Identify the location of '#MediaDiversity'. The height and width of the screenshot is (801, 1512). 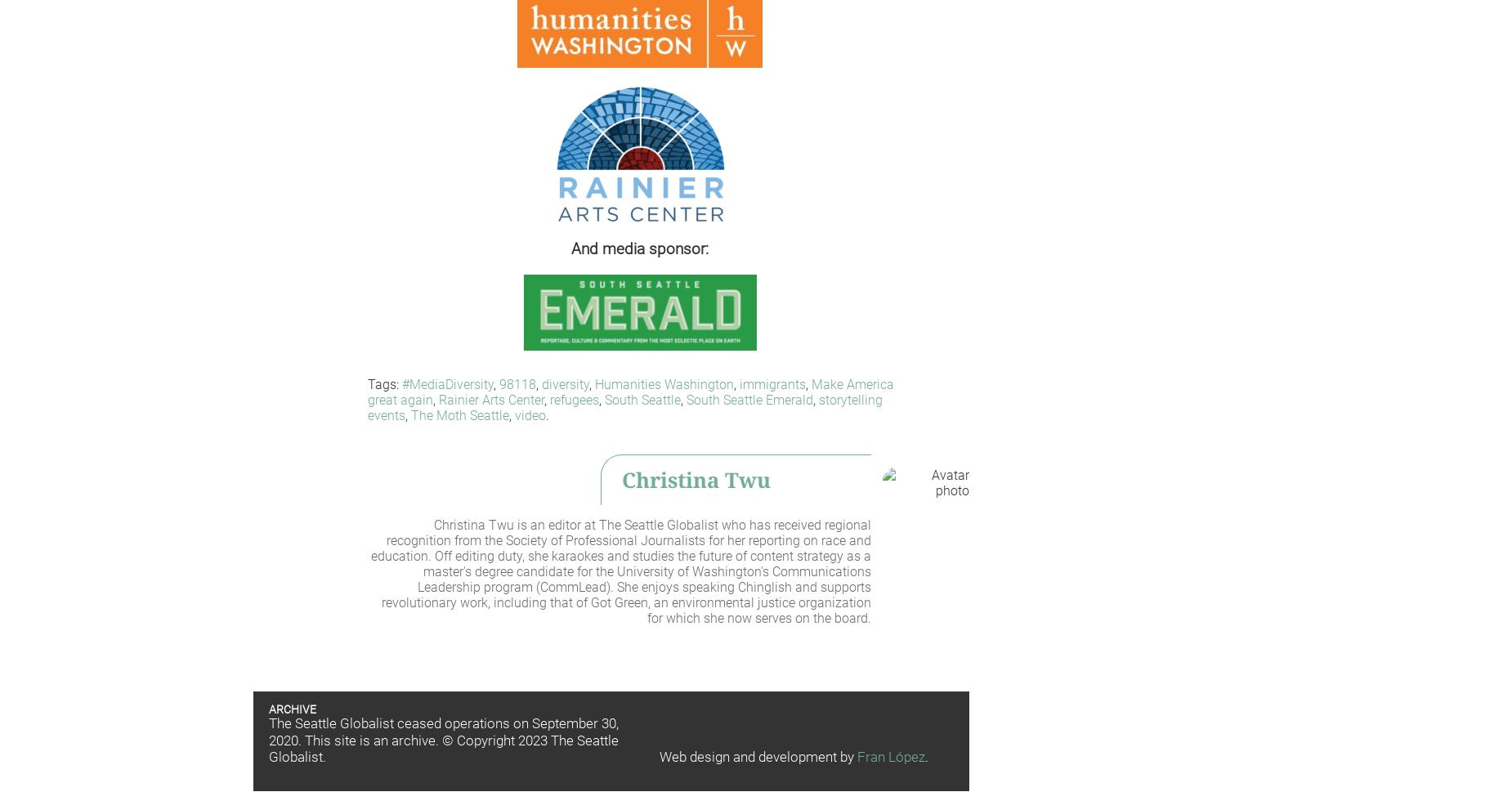
(401, 383).